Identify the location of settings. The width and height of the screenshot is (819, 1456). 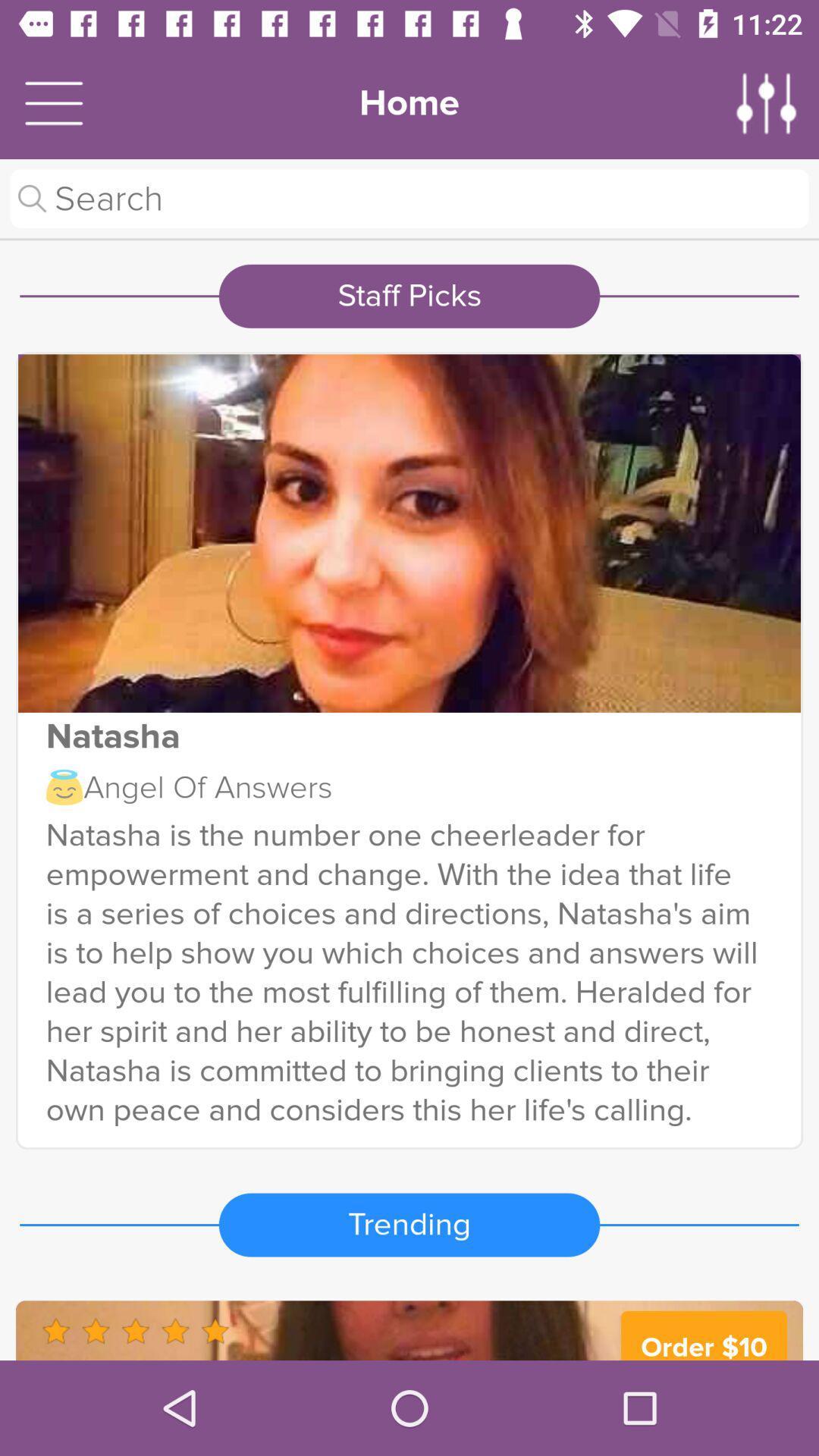
(767, 102).